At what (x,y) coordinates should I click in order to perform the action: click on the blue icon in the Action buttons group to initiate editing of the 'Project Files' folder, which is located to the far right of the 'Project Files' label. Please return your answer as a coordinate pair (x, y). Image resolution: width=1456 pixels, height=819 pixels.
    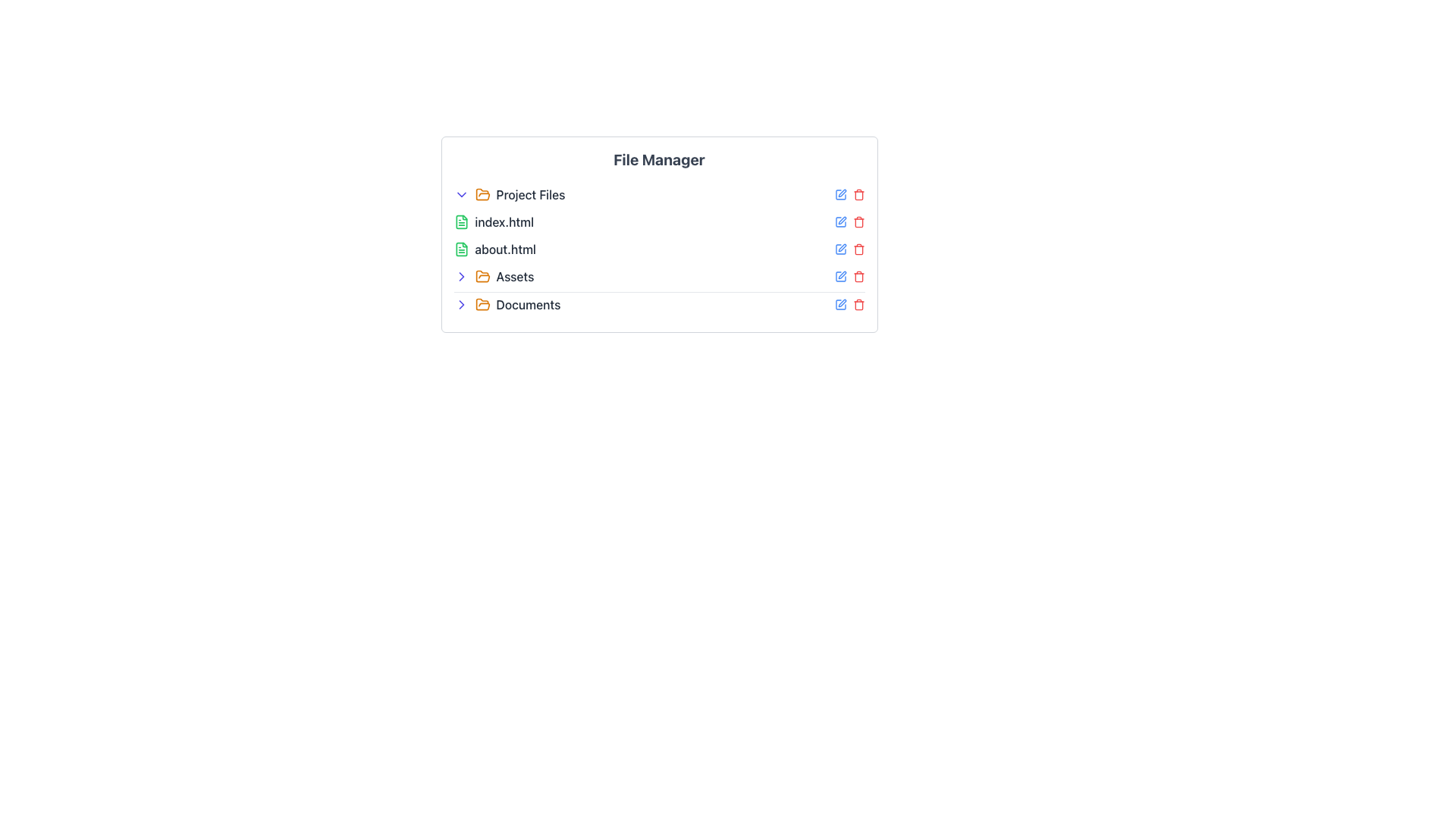
    Looking at the image, I should click on (849, 194).